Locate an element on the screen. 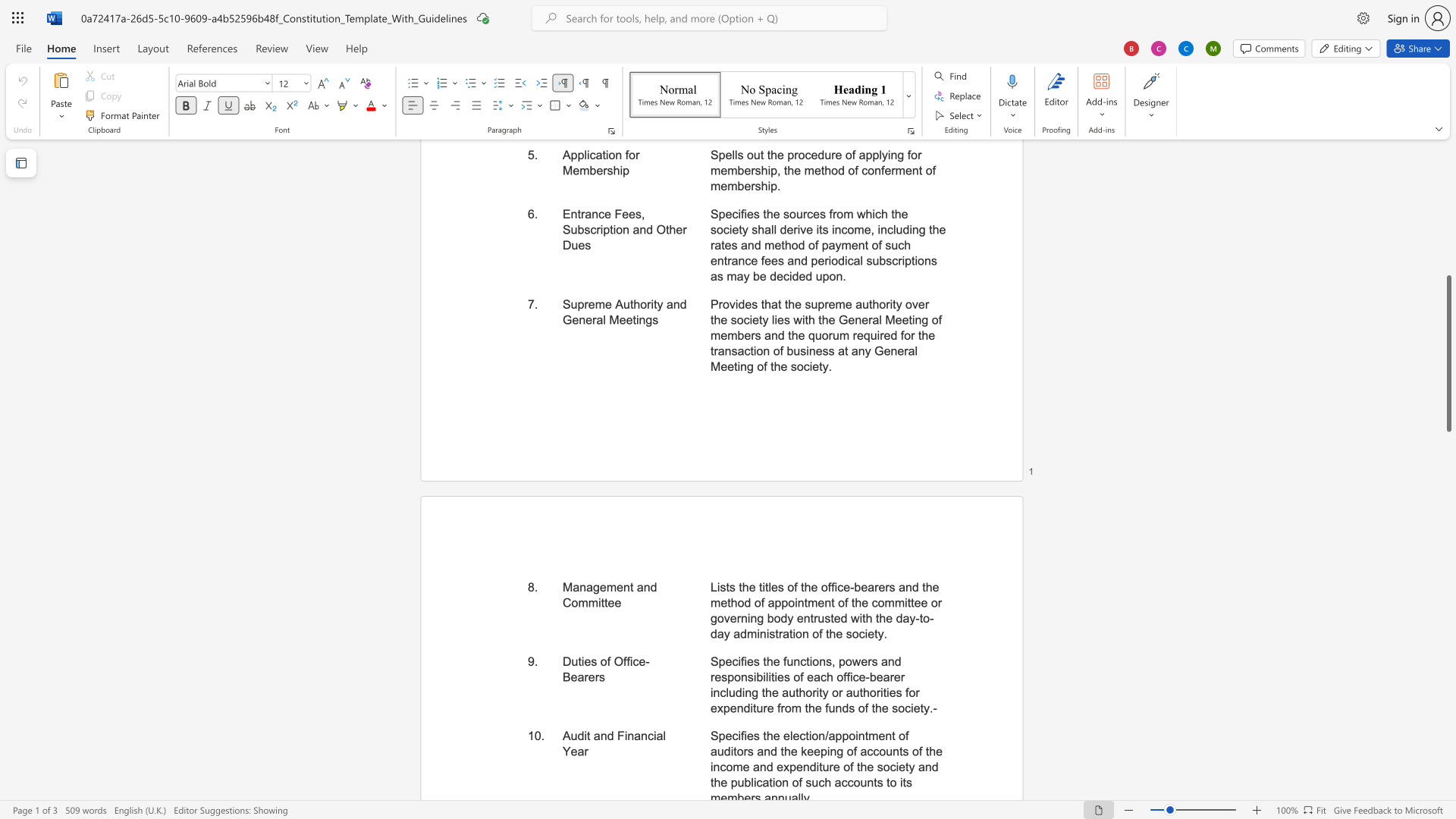 The width and height of the screenshot is (1456, 819). the scrollbar to move the content higher is located at coordinates (1448, 256).